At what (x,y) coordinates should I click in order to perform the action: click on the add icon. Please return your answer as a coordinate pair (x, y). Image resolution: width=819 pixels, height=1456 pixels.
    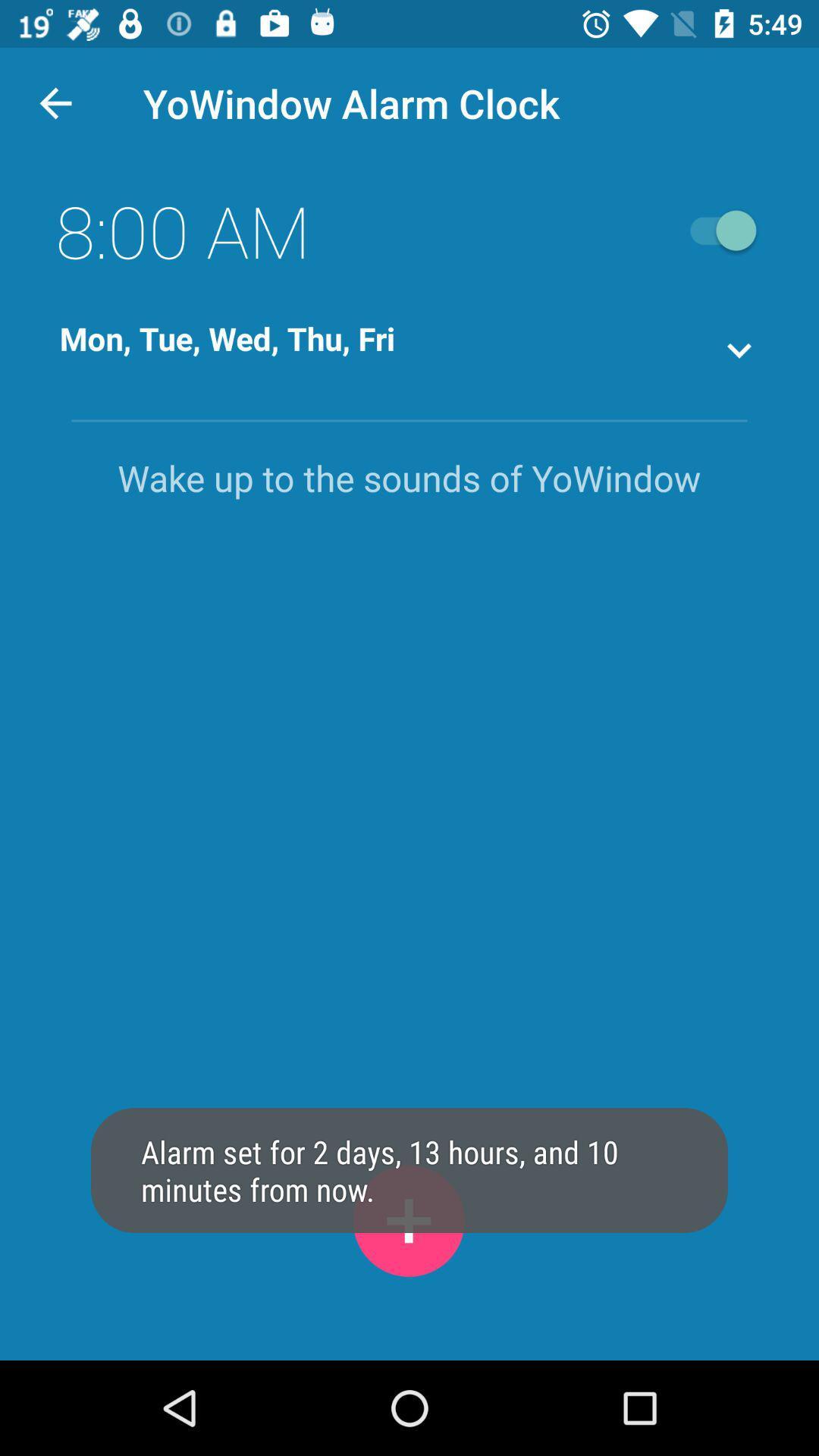
    Looking at the image, I should click on (408, 1221).